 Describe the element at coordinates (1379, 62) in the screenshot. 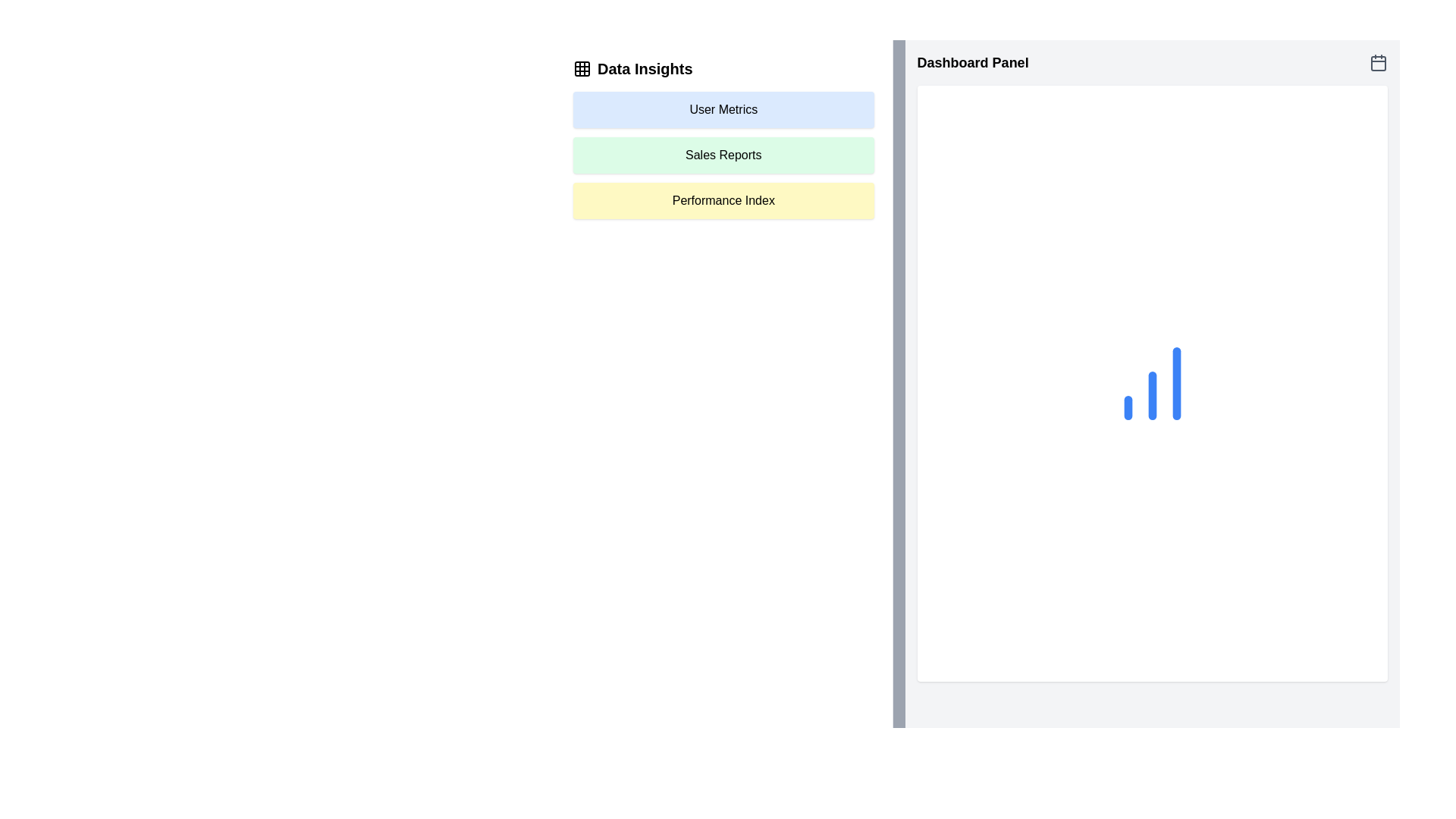

I see `the gray minimalist calendar icon located at the top-right corner of the Dashboard Panel` at that location.